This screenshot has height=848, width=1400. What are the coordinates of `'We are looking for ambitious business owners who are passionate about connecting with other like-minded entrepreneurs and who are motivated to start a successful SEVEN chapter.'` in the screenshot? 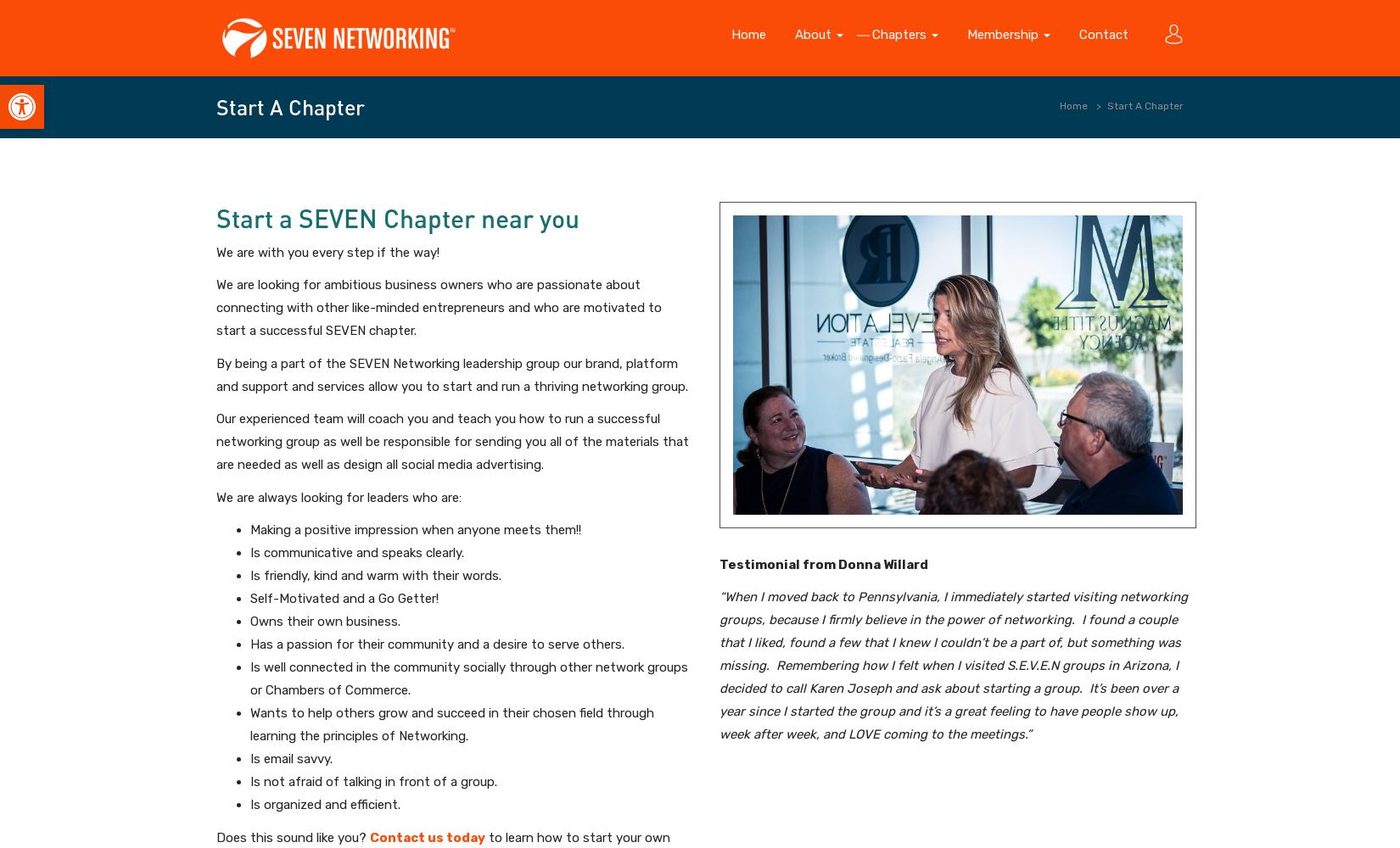 It's located at (216, 307).